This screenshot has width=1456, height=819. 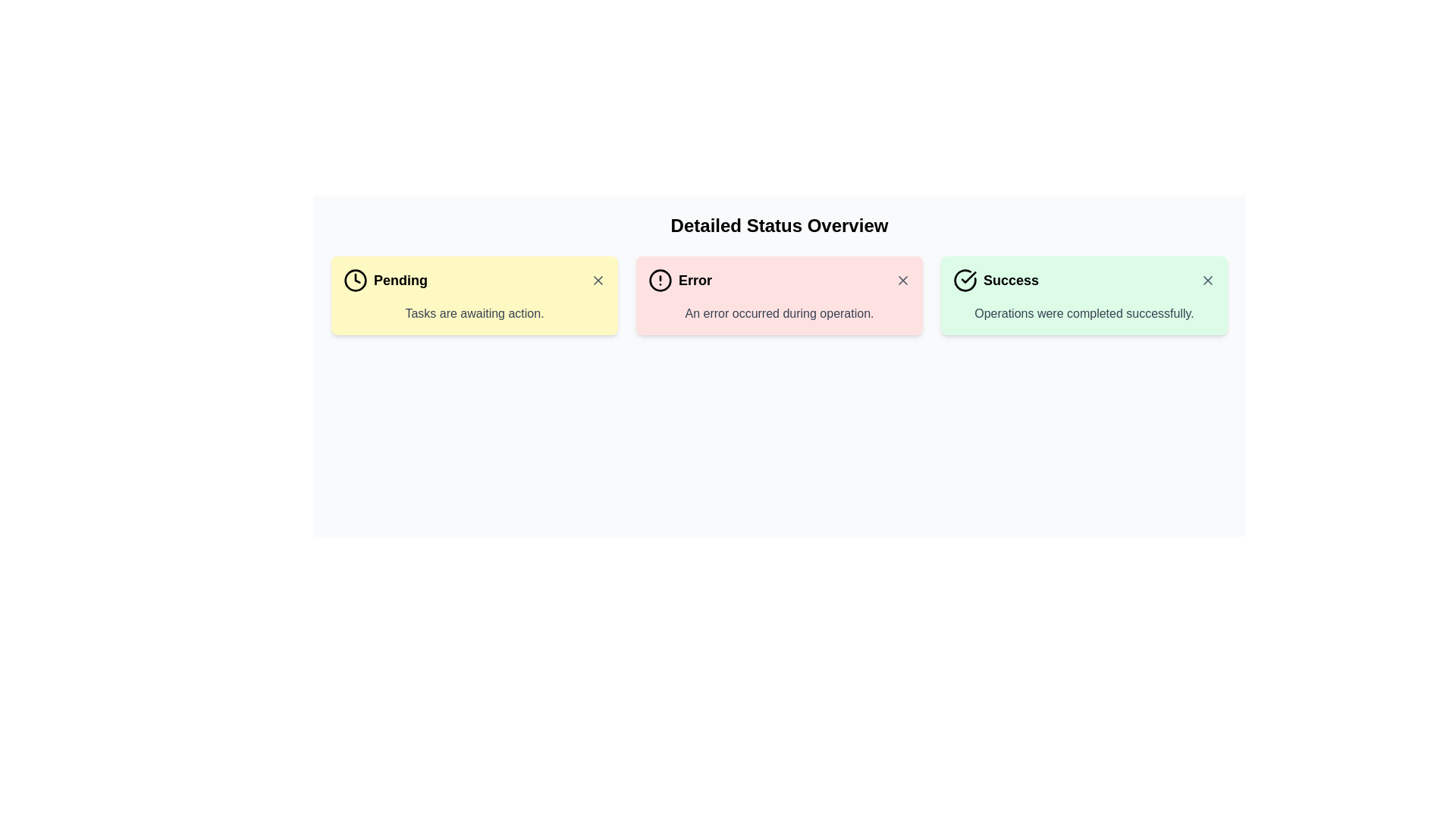 I want to click on the label with a clock icon and the bold text 'Pending', which is located in the leftmost position of three horizontally aligned alert boxes, so click(x=385, y=281).